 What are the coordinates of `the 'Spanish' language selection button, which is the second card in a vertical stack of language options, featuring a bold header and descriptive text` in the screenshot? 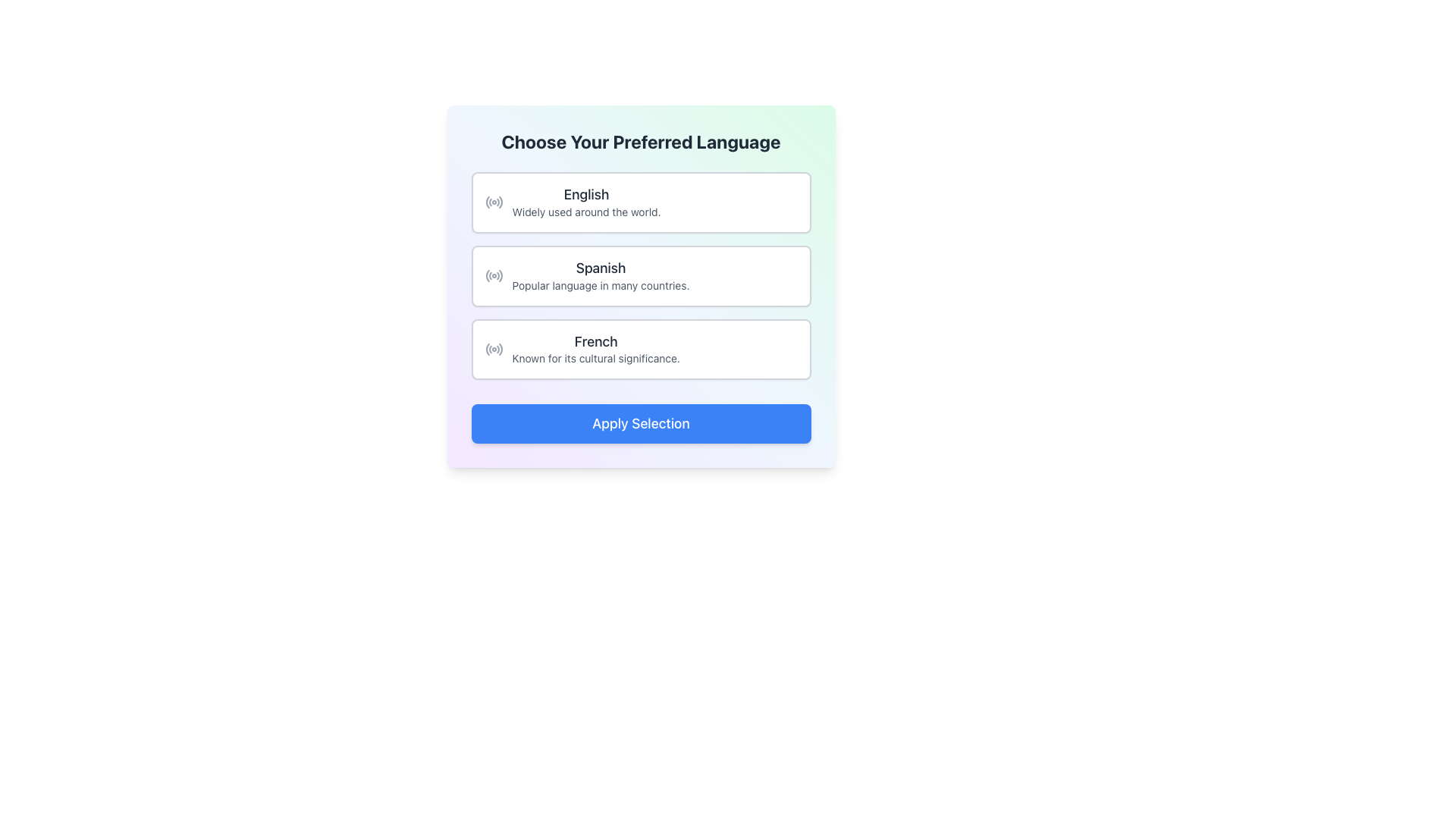 It's located at (641, 276).